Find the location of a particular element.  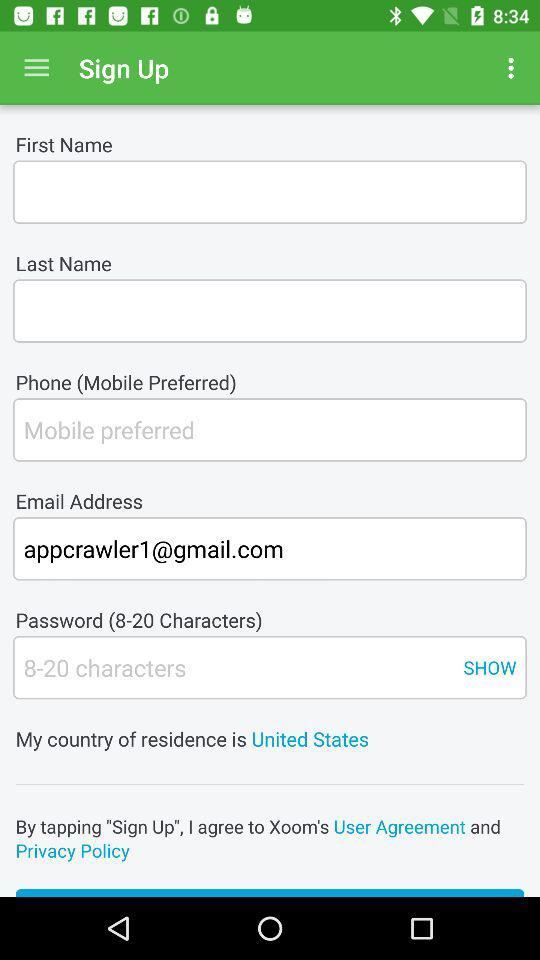

icon above my country of is located at coordinates (488, 667).